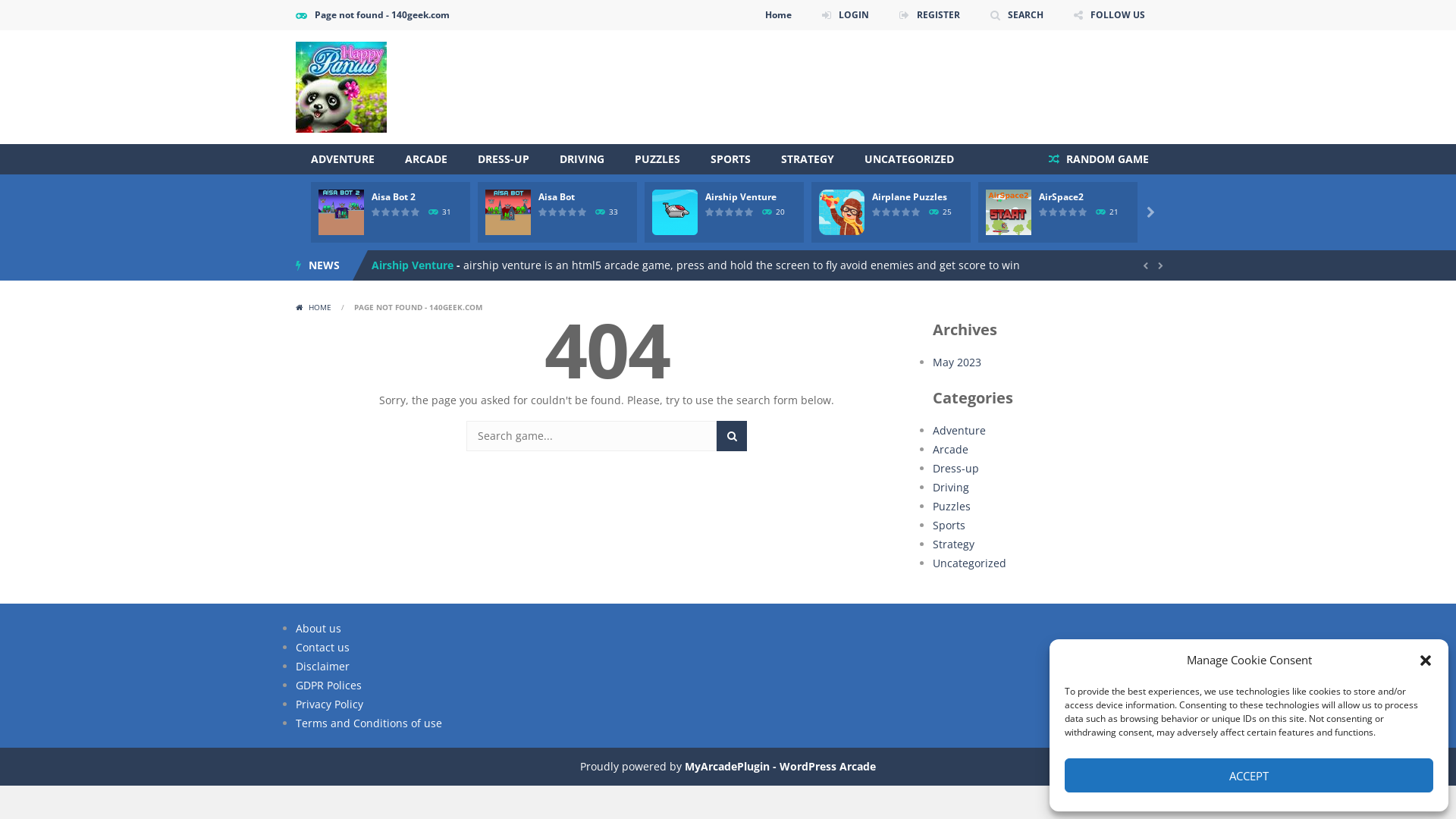 The height and width of the screenshot is (819, 1456). Describe the element at coordinates (1068, 212) in the screenshot. I see `'0 votes, average: 0.00 out of 5'` at that location.